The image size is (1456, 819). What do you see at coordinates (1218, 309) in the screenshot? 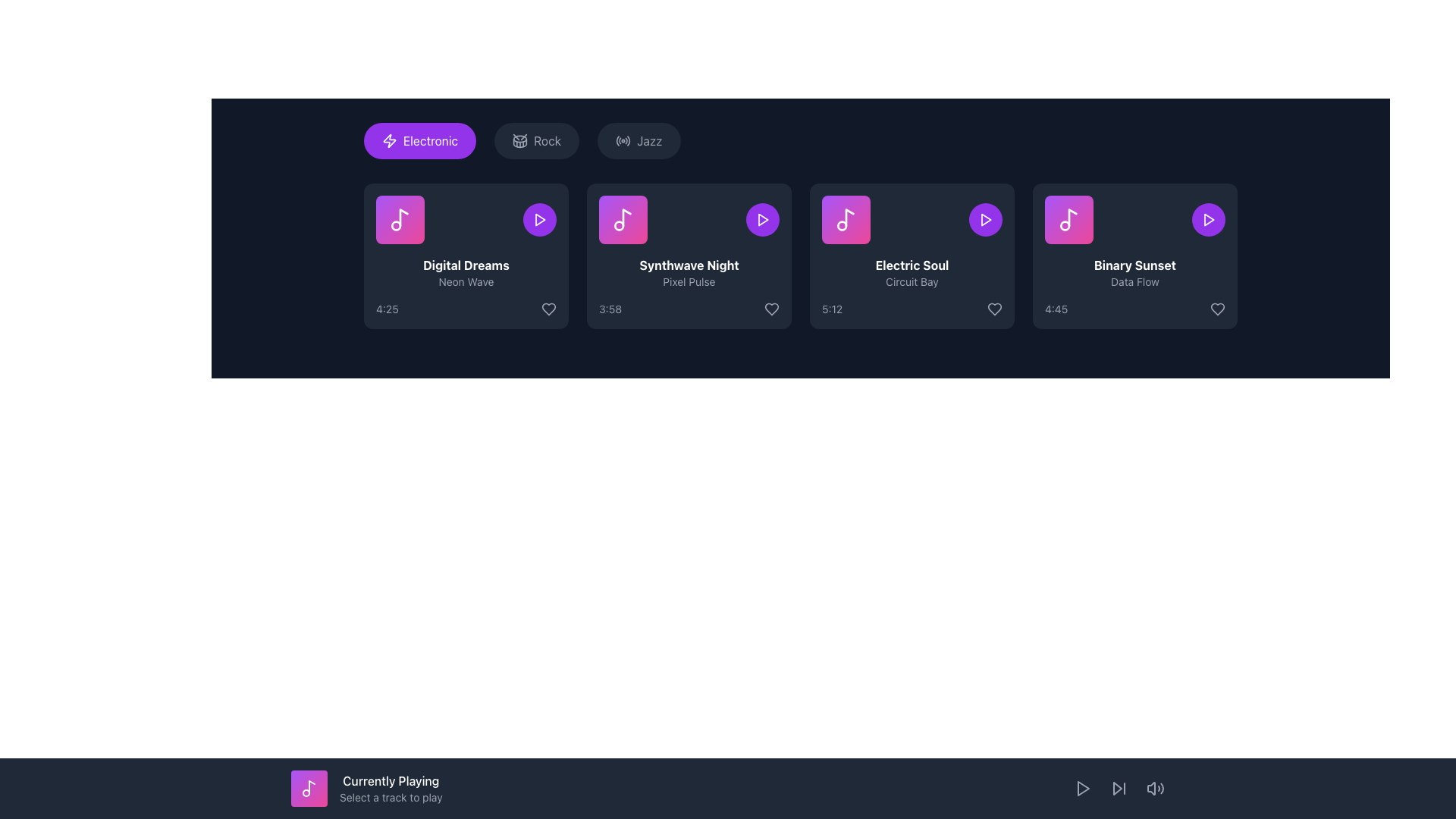
I see `the 'favorite' icon located at the bottom-right corner of the 'Binary Sunset - Data Flow' card to mark the item as a favorite` at bounding box center [1218, 309].